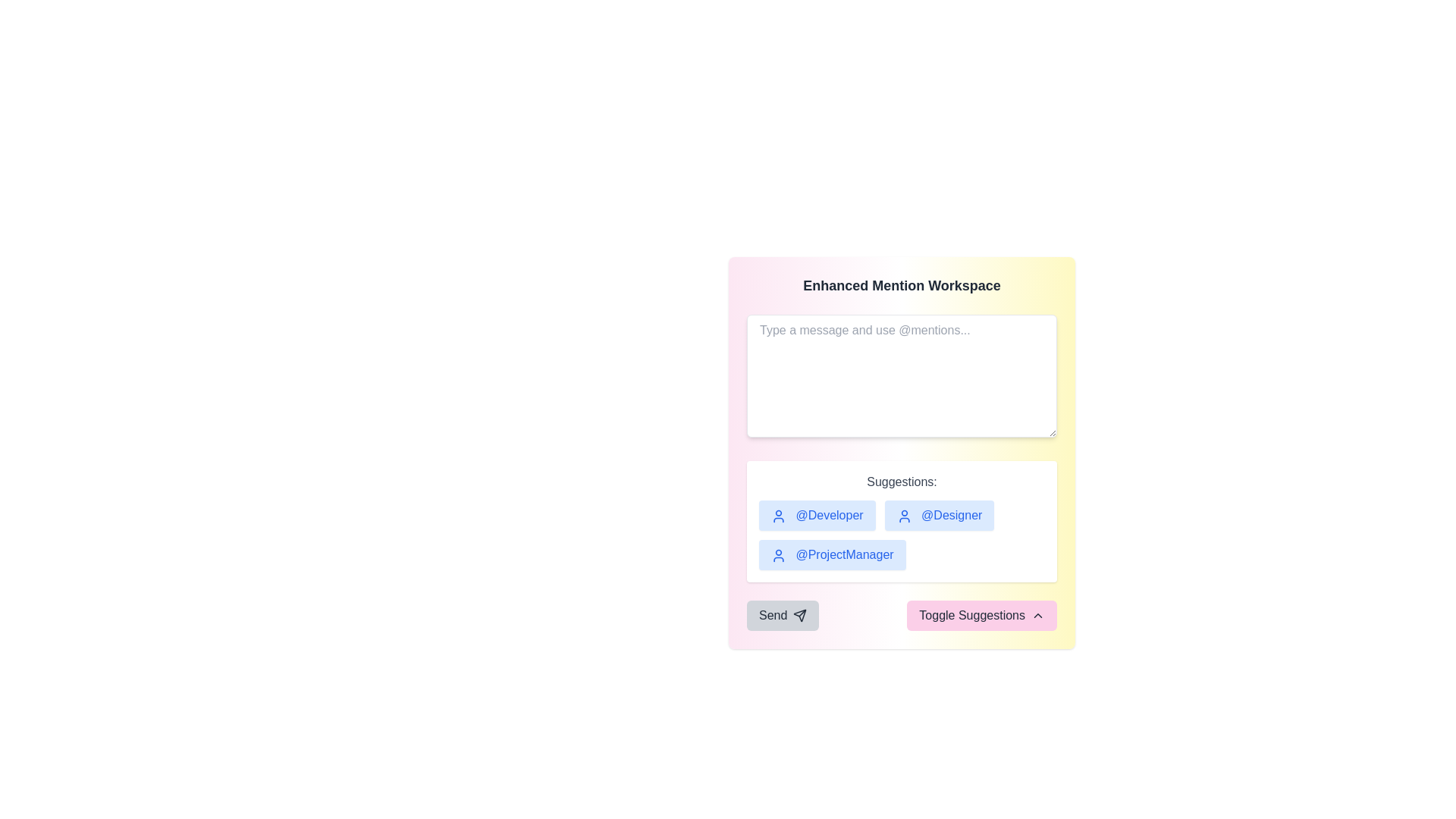 This screenshot has width=1456, height=819. What do you see at coordinates (831, 555) in the screenshot?
I see `the third selectable suggestion button for '@ProjectManager'` at bounding box center [831, 555].